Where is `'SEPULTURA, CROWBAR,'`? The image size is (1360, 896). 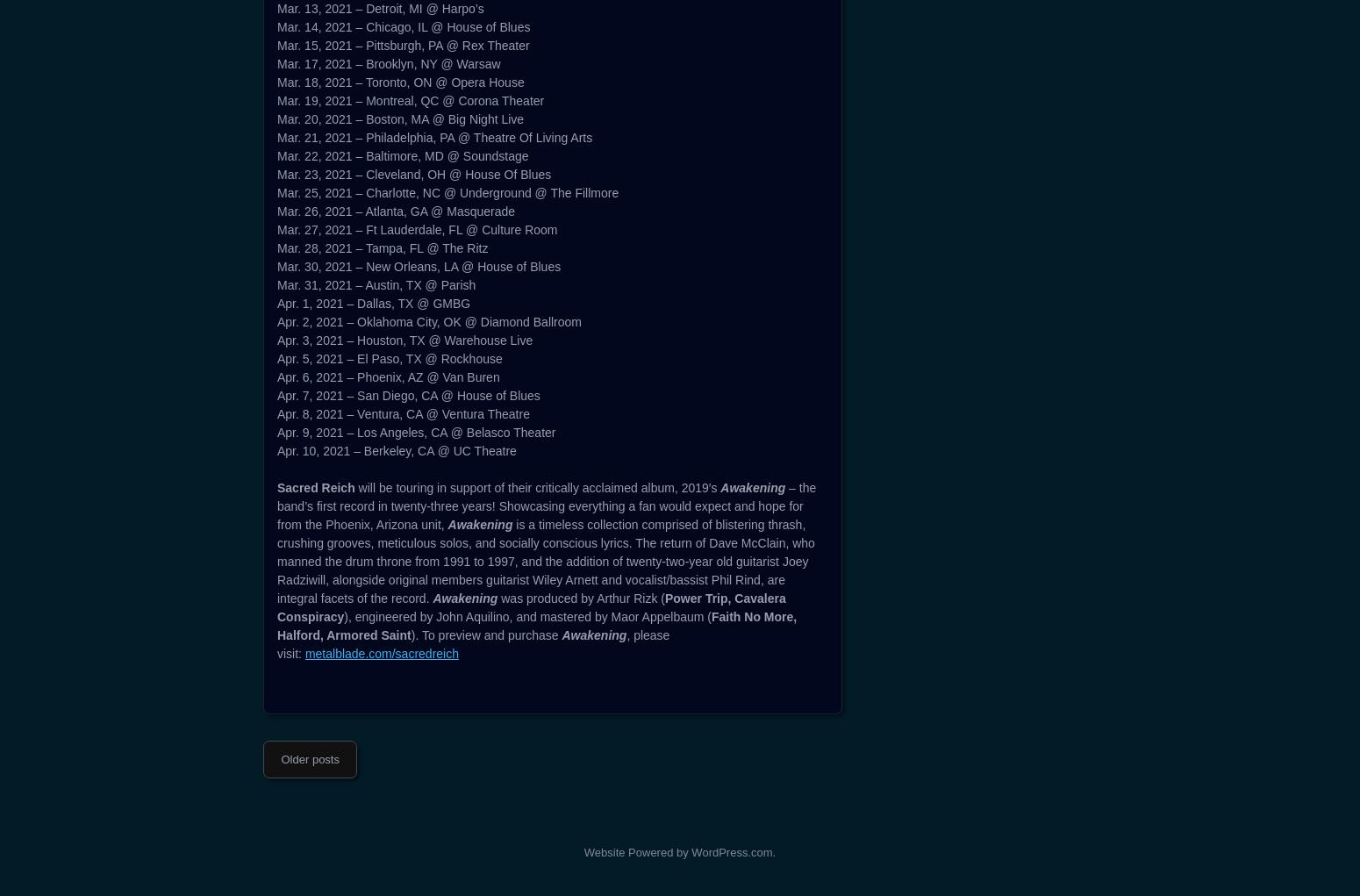
'SEPULTURA, CROWBAR,' is located at coordinates (276, 188).